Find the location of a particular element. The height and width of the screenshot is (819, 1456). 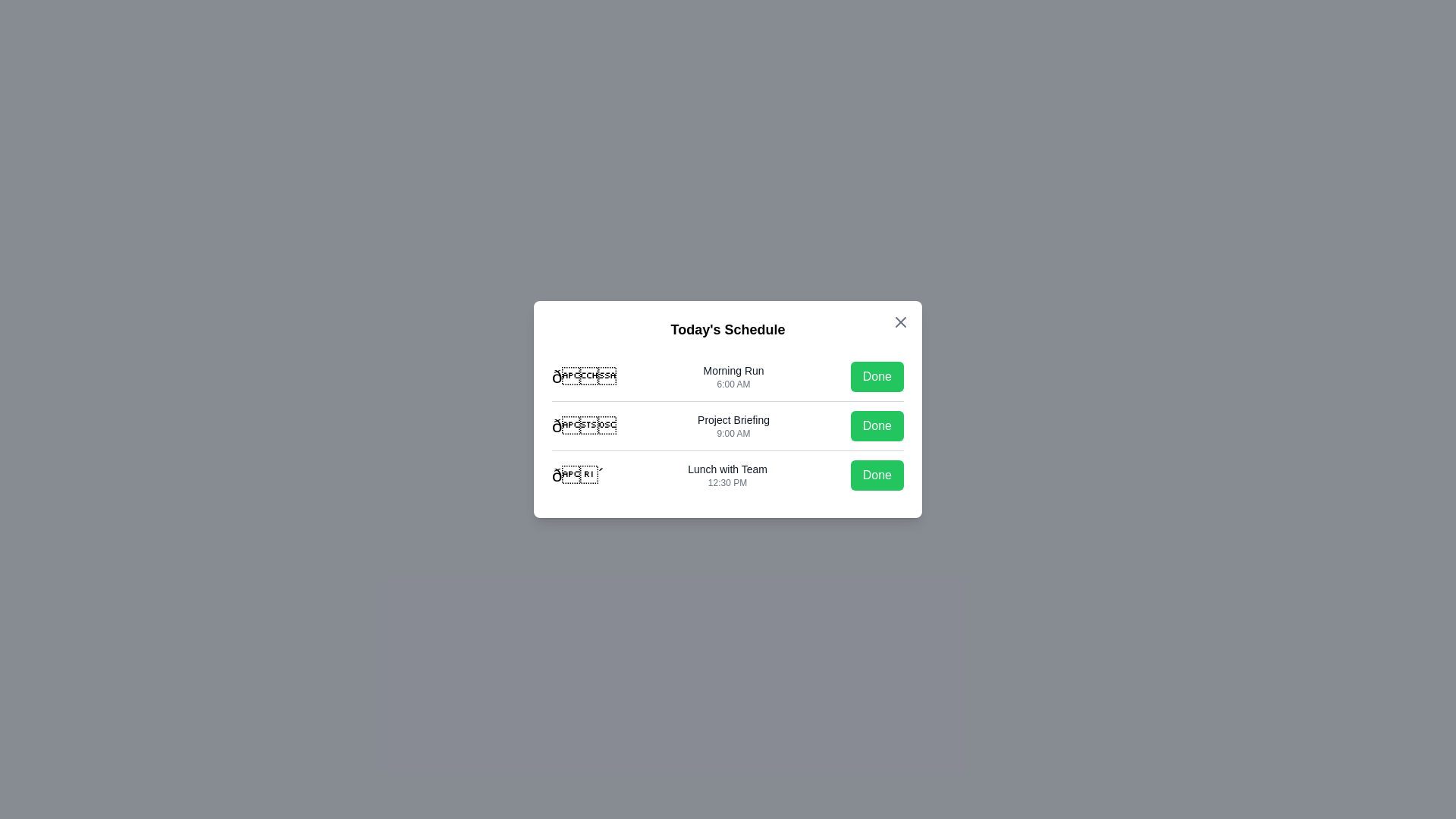

'Done' button for the task 'Lunch with Team' is located at coordinates (877, 475).